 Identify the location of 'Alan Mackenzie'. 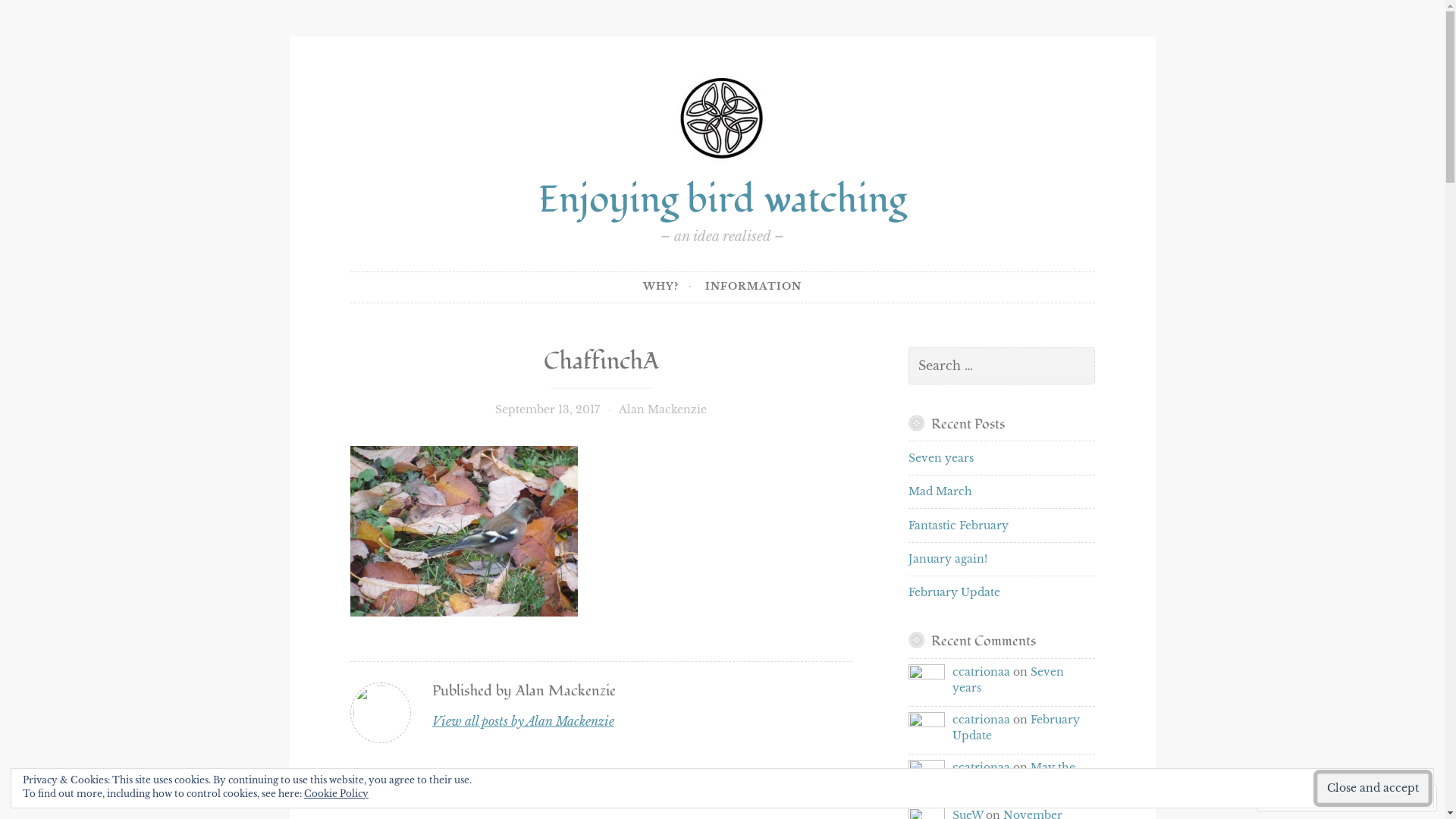
(662, 409).